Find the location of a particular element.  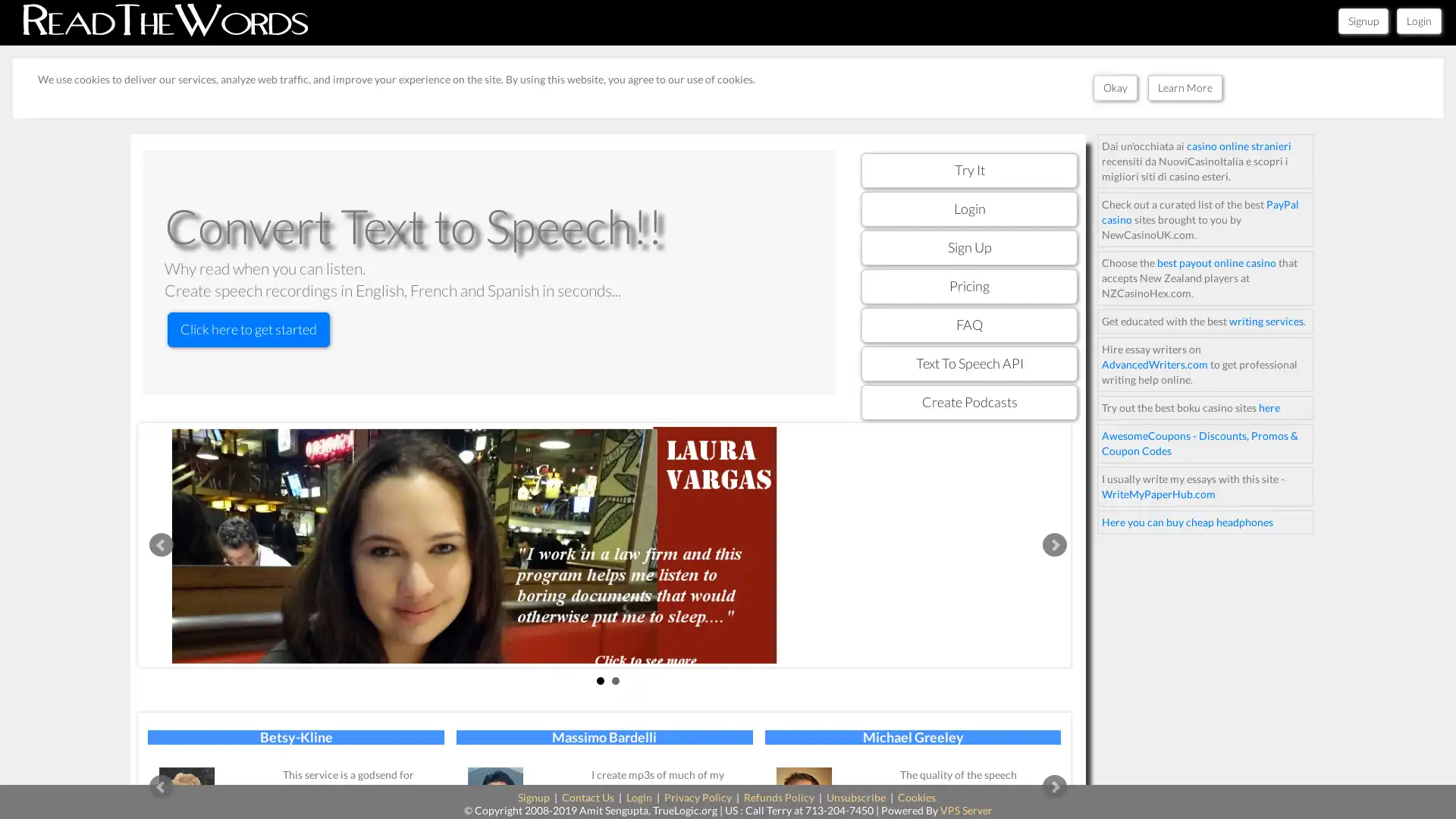

Okay is located at coordinates (1114, 87).